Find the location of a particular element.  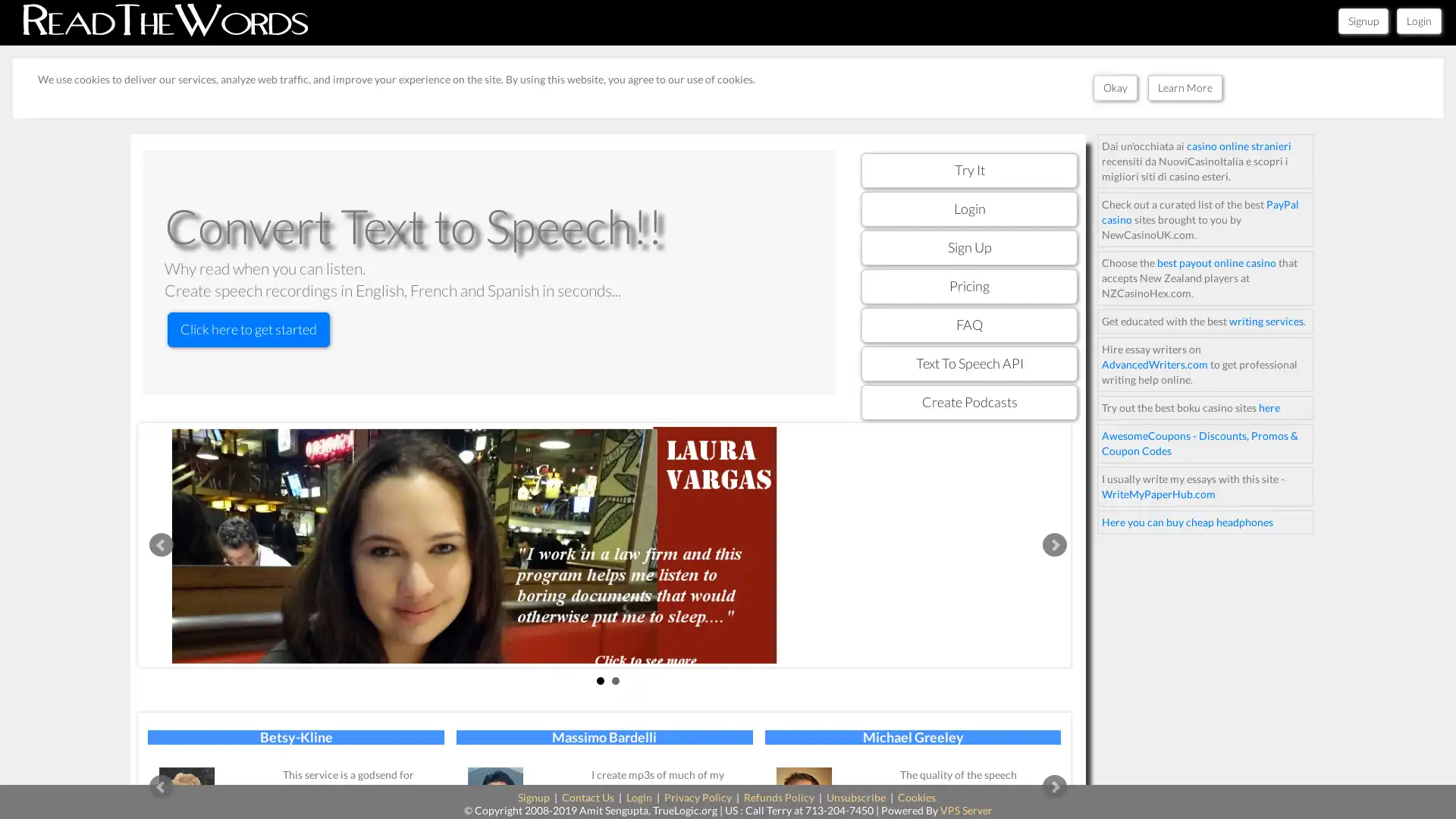

Okay is located at coordinates (1114, 87).